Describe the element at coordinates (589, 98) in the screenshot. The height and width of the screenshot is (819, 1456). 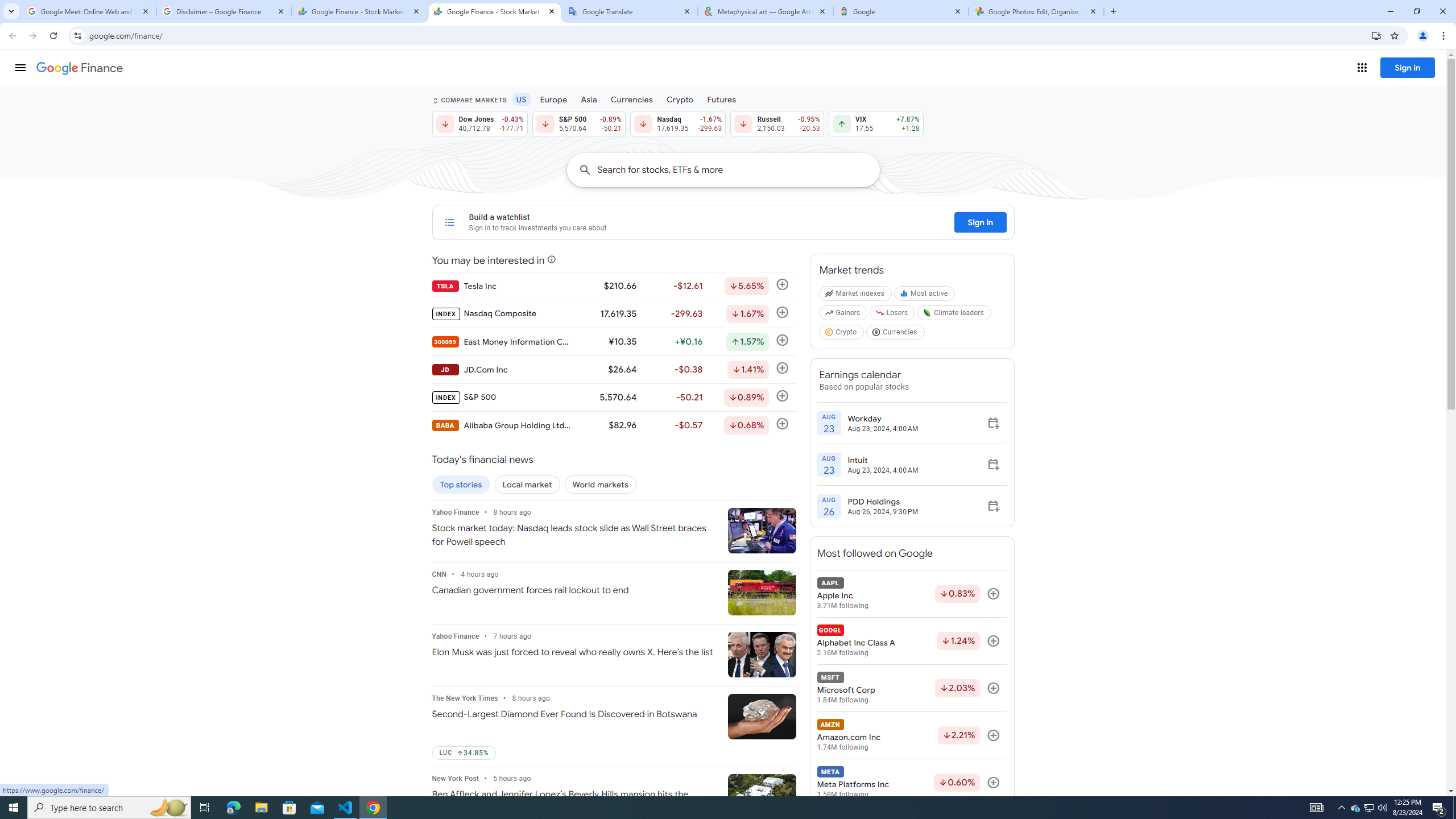
I see `'Asia'` at that location.